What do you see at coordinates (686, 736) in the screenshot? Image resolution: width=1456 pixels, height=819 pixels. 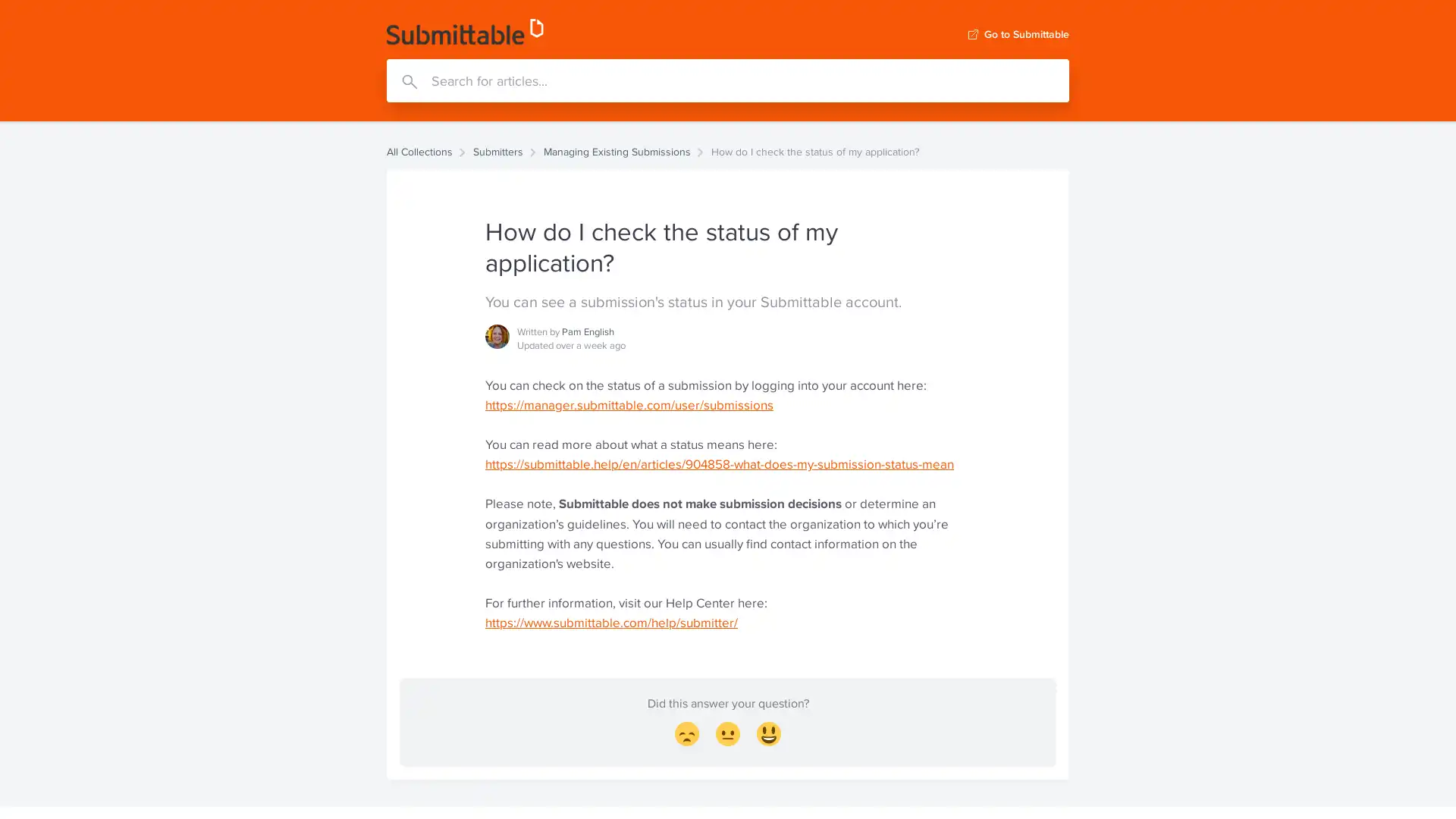 I see `Disappointed Reaction` at bounding box center [686, 736].